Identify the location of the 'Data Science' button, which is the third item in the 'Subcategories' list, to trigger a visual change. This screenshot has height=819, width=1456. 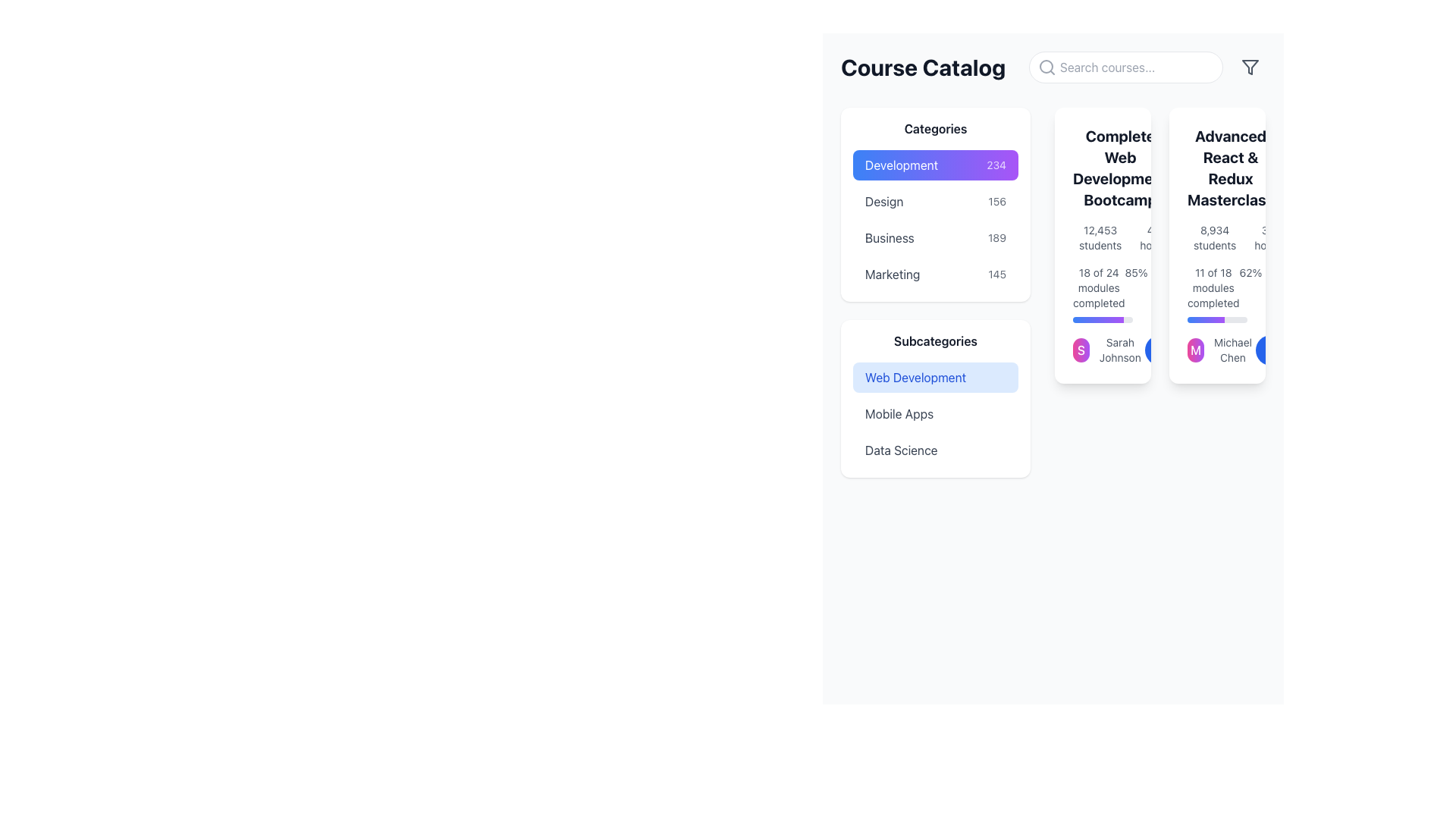
(934, 450).